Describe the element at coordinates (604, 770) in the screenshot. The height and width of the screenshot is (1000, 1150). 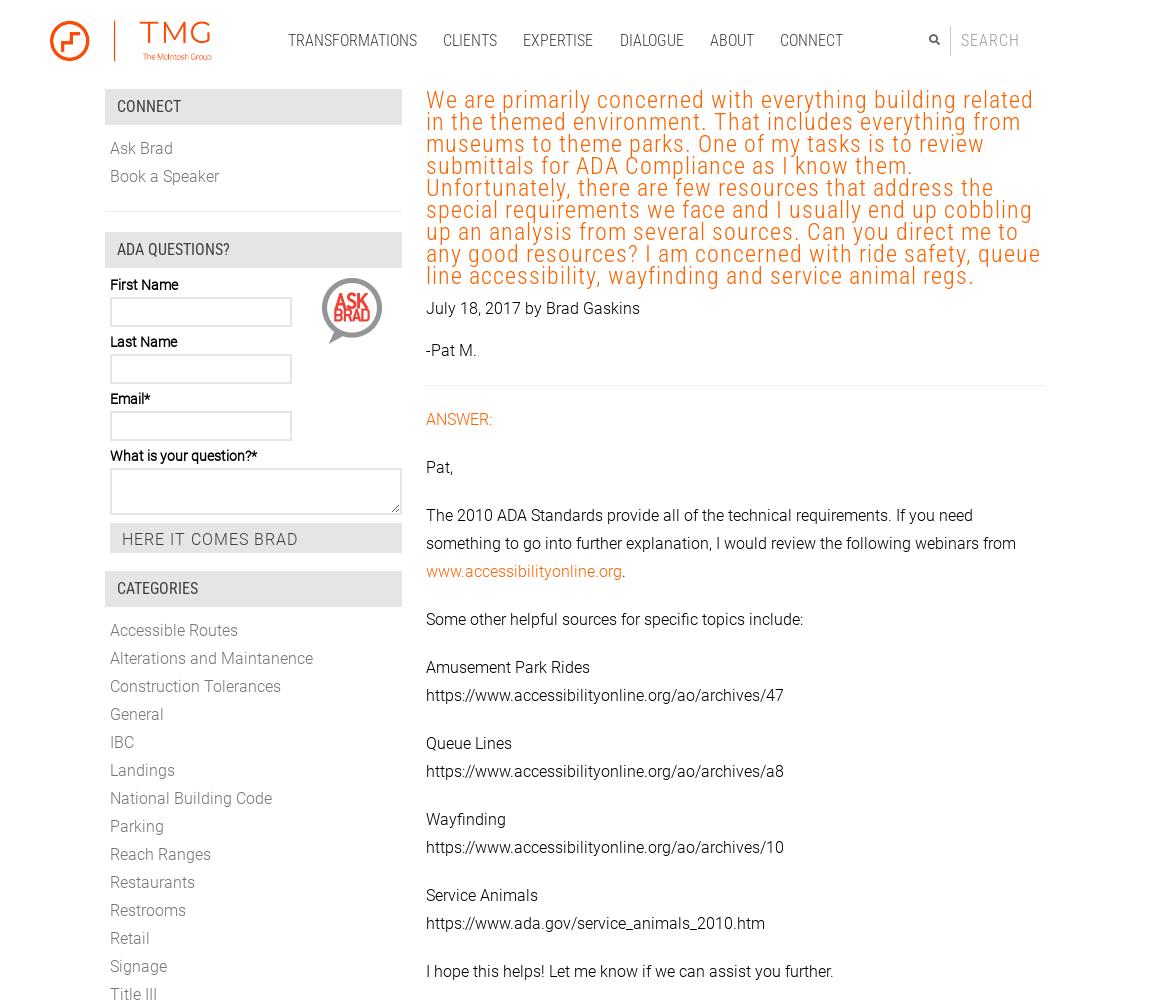
I see `'https://www.accessibilityonline.org/ao/archives/a8'` at that location.